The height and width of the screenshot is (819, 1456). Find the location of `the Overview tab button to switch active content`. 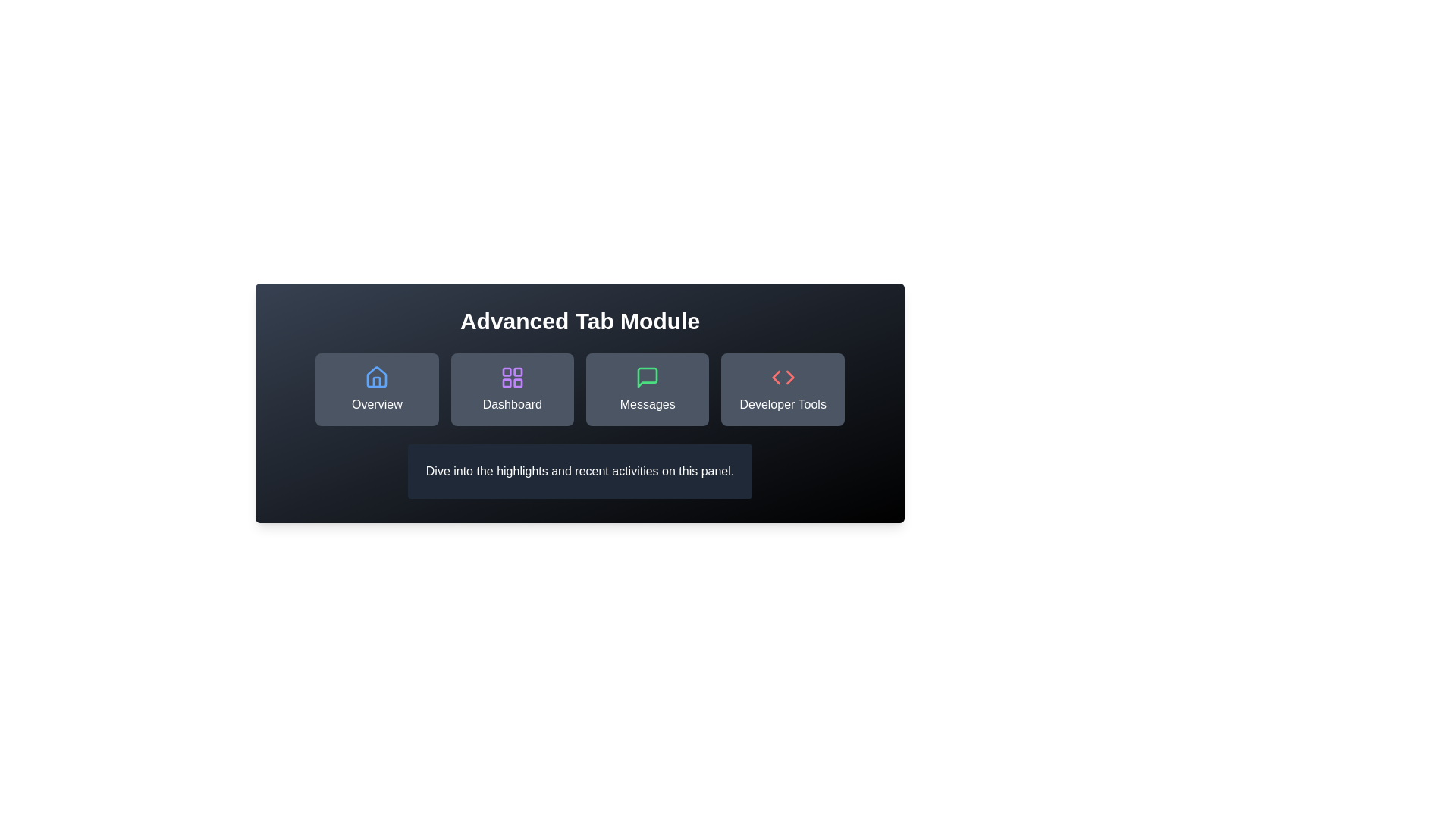

the Overview tab button to switch active content is located at coordinates (377, 388).